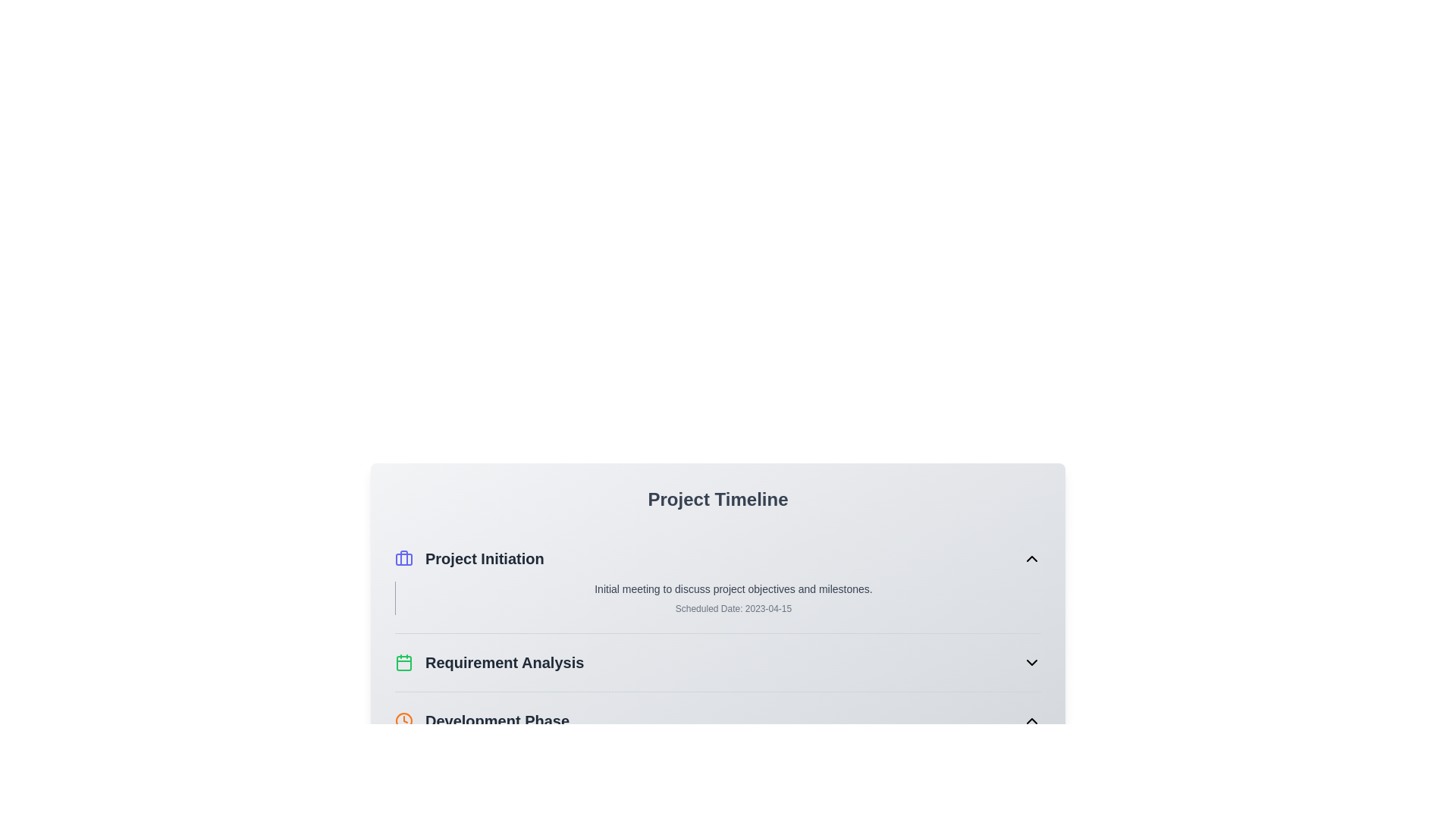 This screenshot has height=819, width=1456. I want to click on the icon representing the 'Requirement Analysis' section, so click(403, 662).